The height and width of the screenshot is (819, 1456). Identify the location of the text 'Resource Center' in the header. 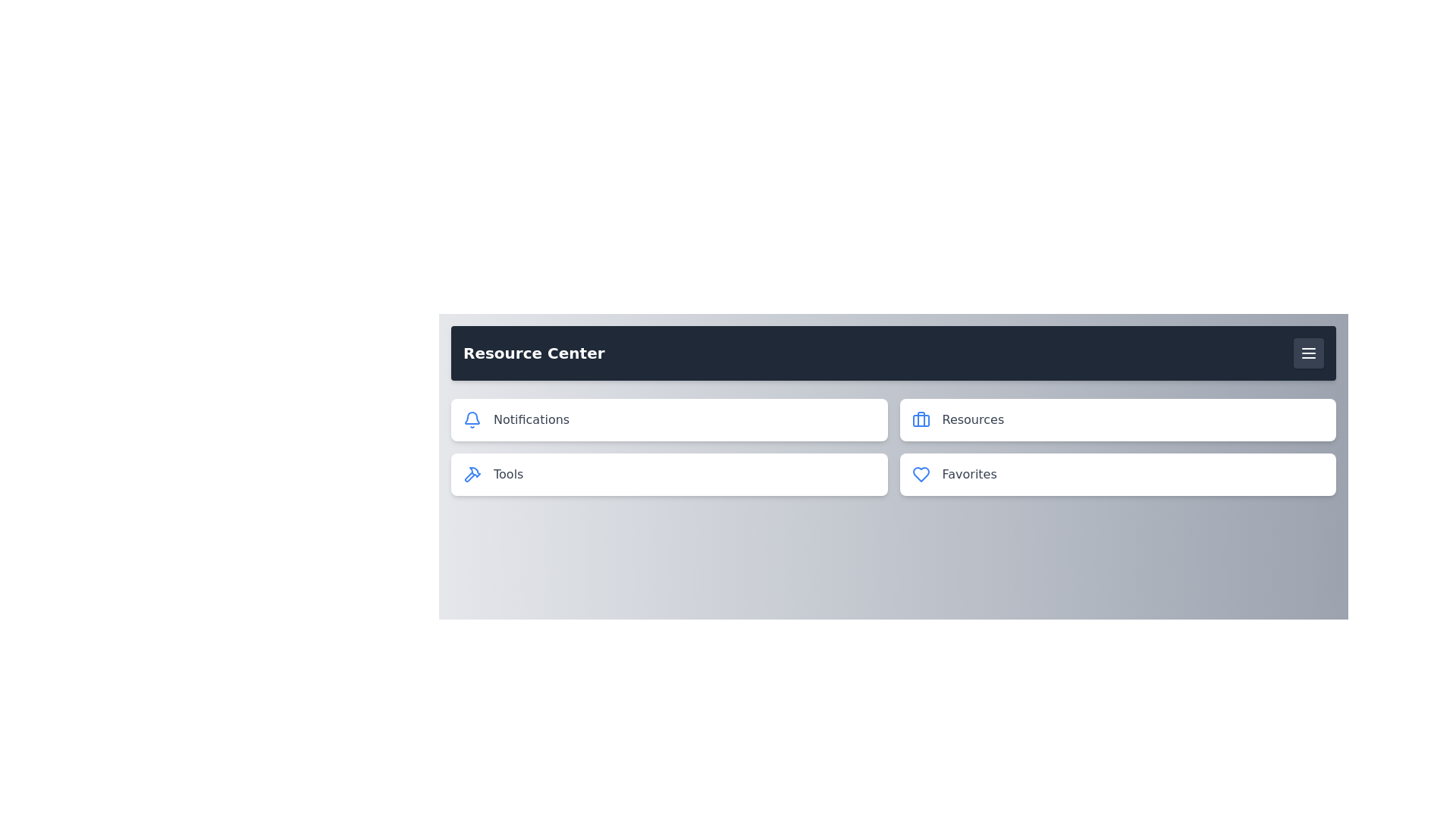
(534, 353).